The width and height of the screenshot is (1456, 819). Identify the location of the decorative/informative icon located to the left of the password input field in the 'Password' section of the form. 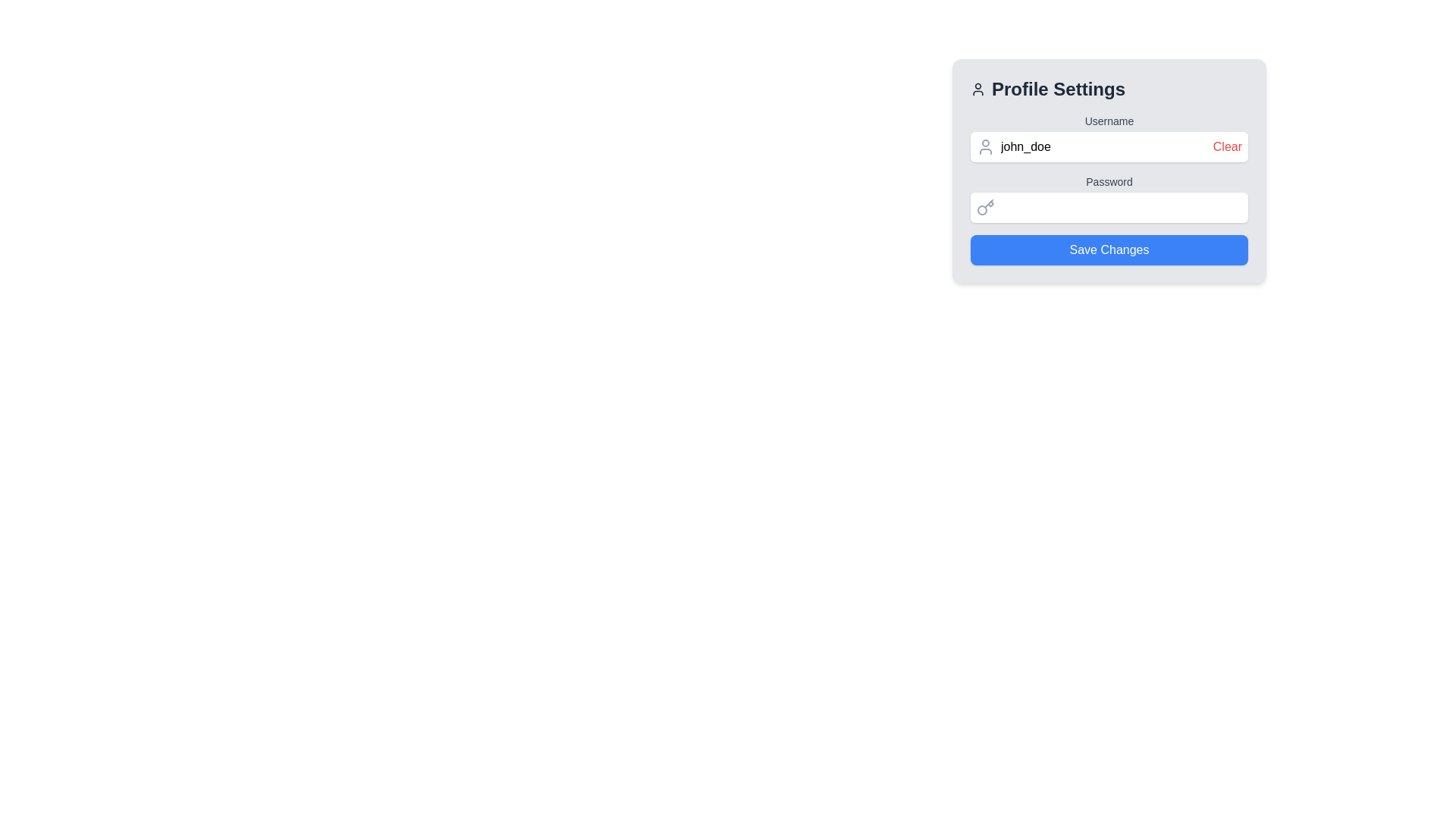
(986, 207).